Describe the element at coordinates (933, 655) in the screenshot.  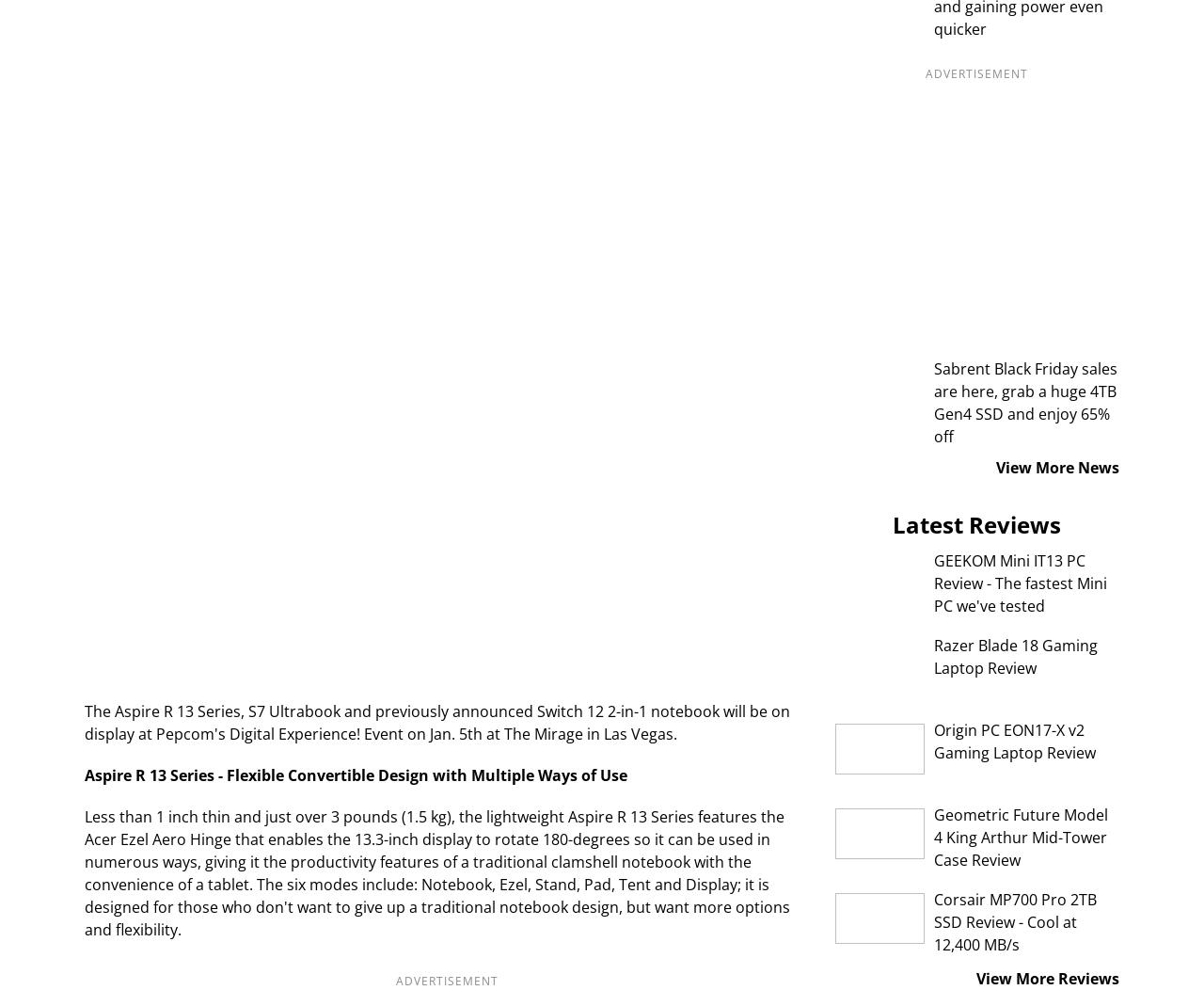
I see `'Razer Blade 18 Gaming Laptop Review'` at that location.